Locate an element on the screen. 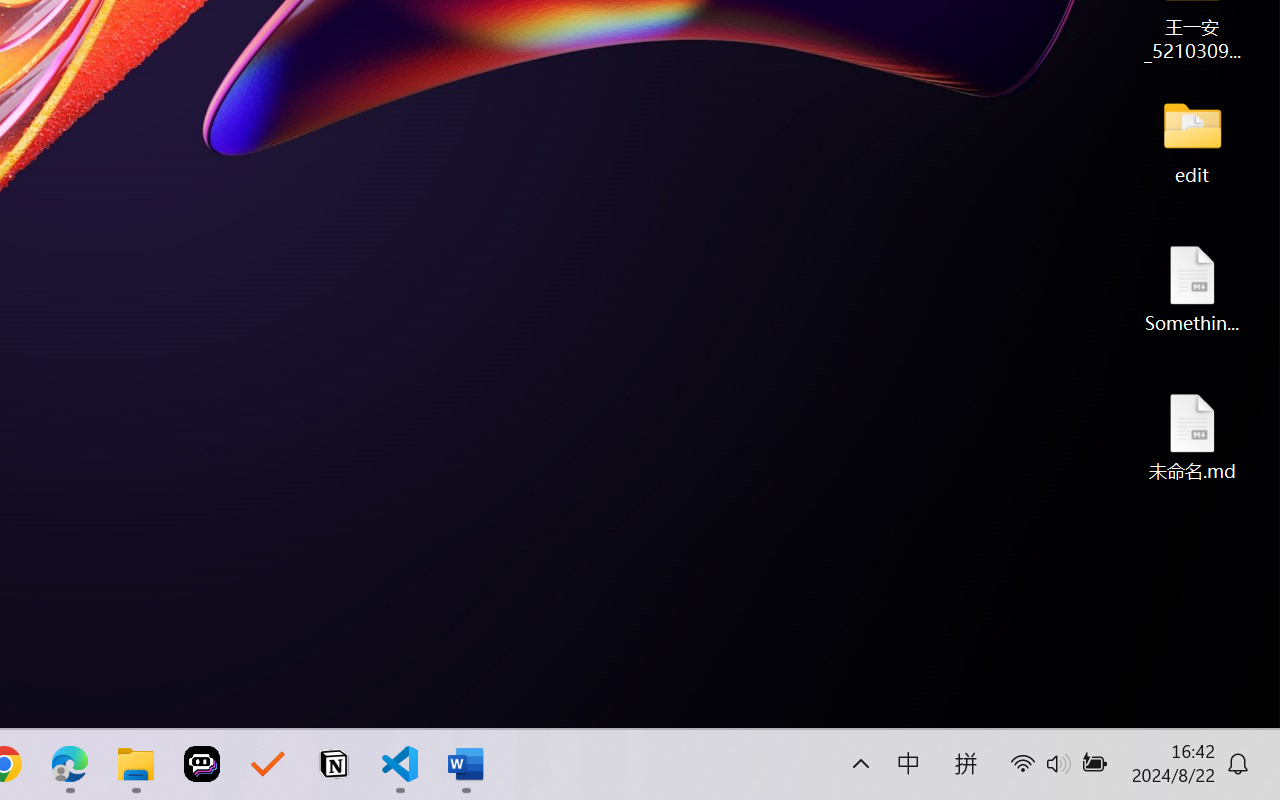 This screenshot has width=1280, height=800. 'Something.md' is located at coordinates (1192, 288).